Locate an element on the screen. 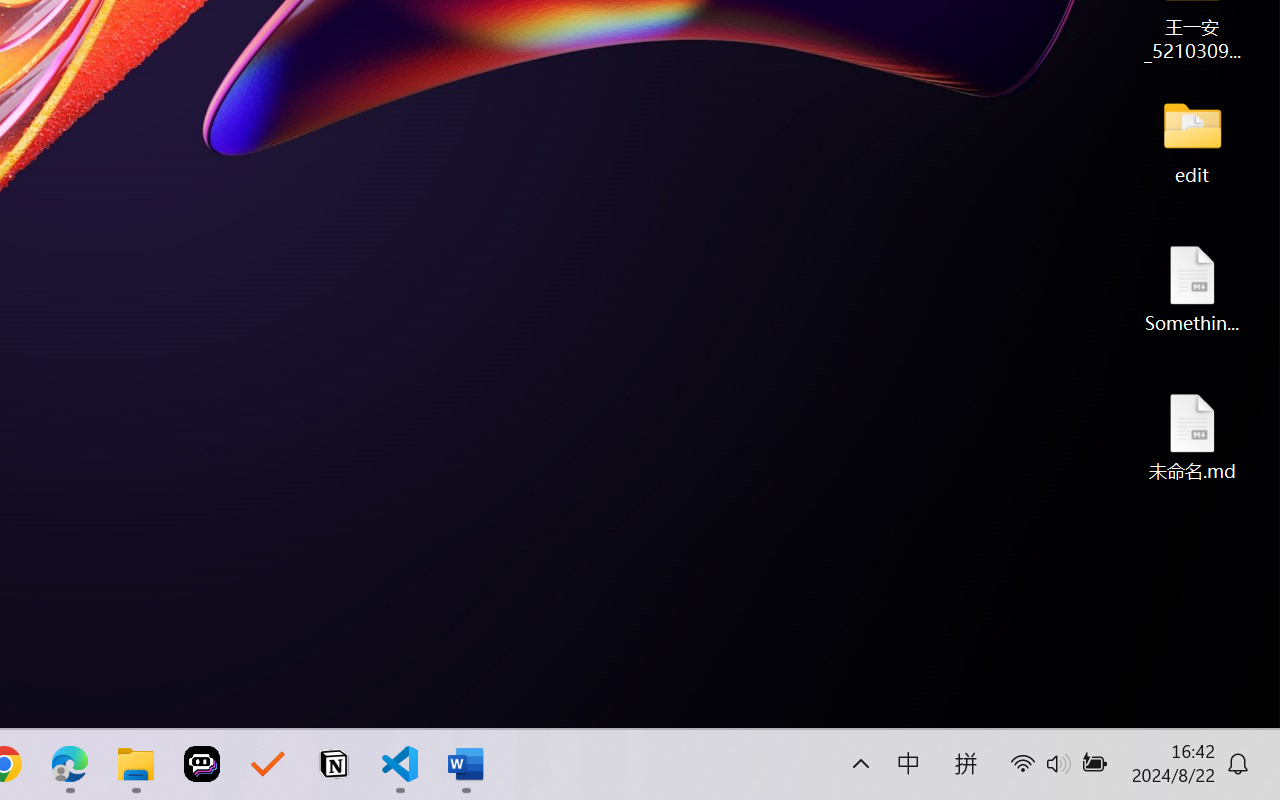 This screenshot has width=1280, height=800. 'Something.md' is located at coordinates (1192, 288).